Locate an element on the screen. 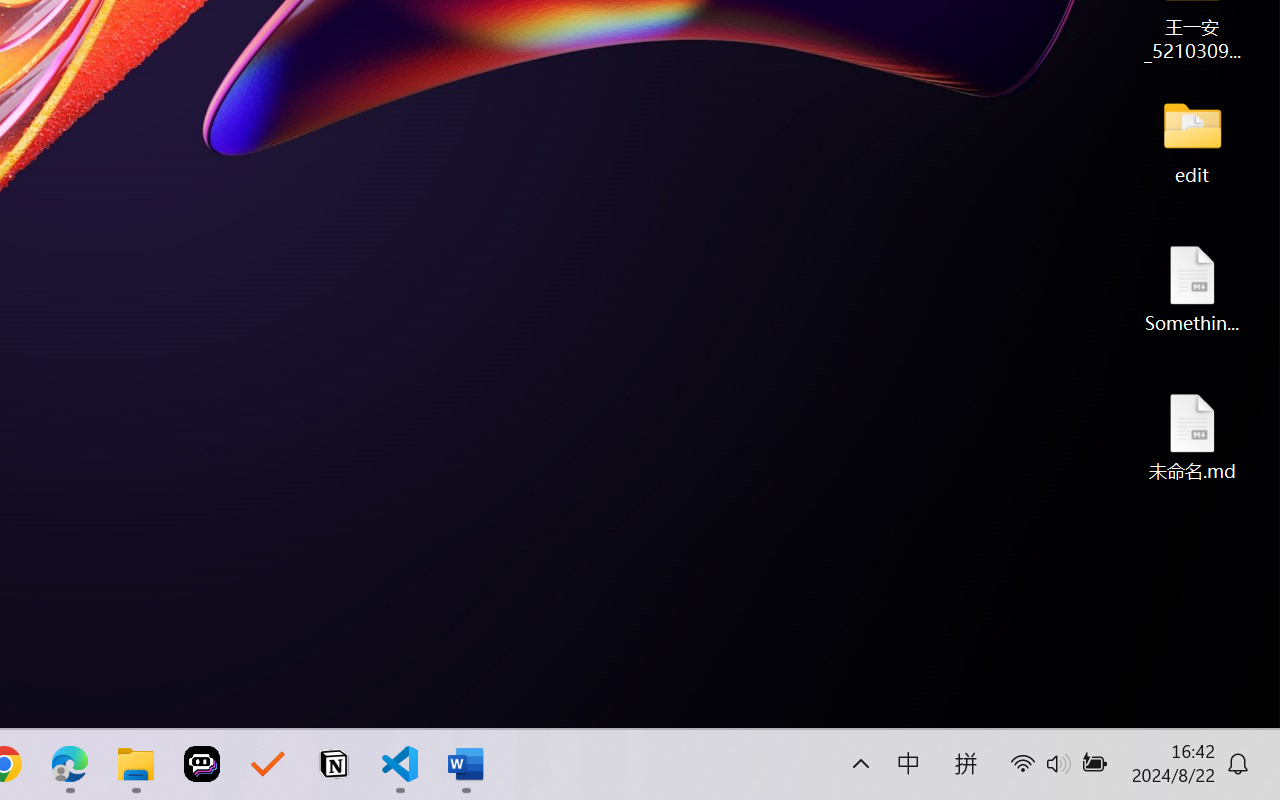 This screenshot has width=1280, height=800. 'Something.md' is located at coordinates (1192, 288).